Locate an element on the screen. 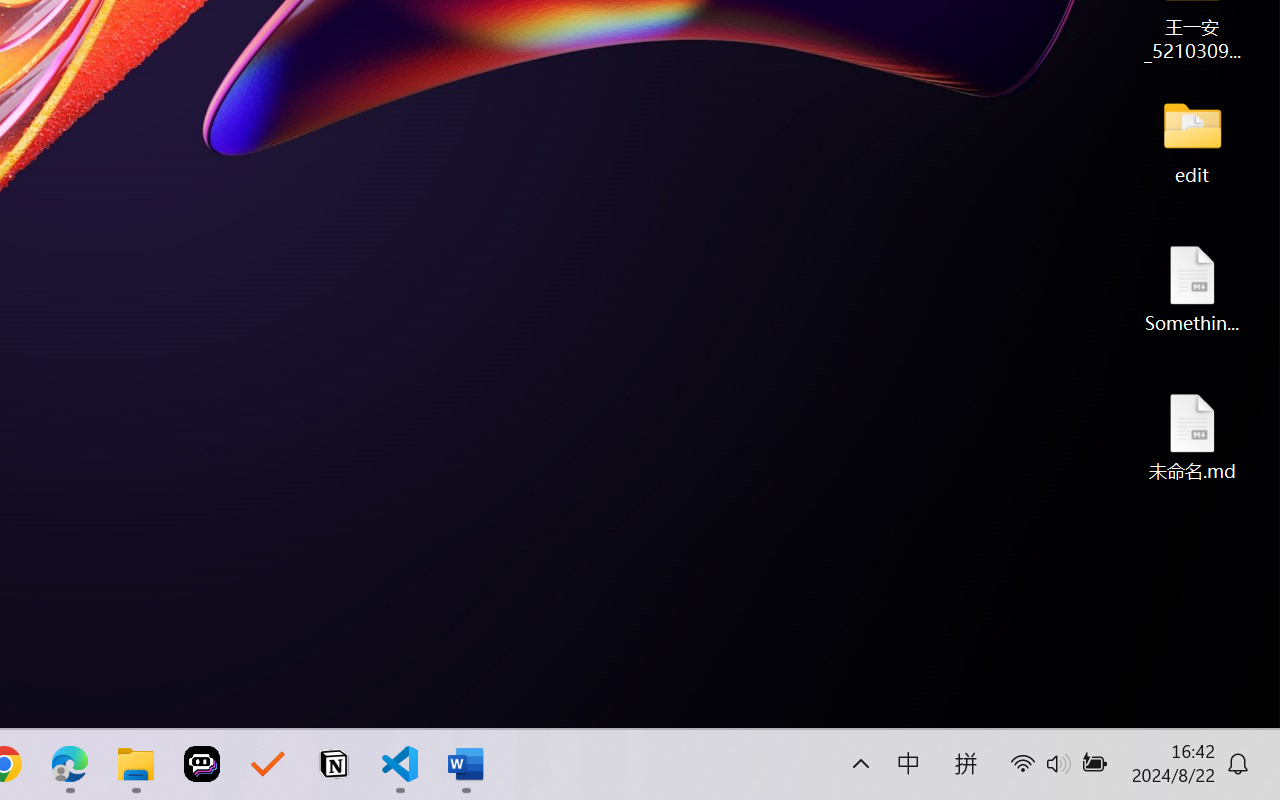 This screenshot has width=1280, height=800. 'Something.md' is located at coordinates (1192, 288).